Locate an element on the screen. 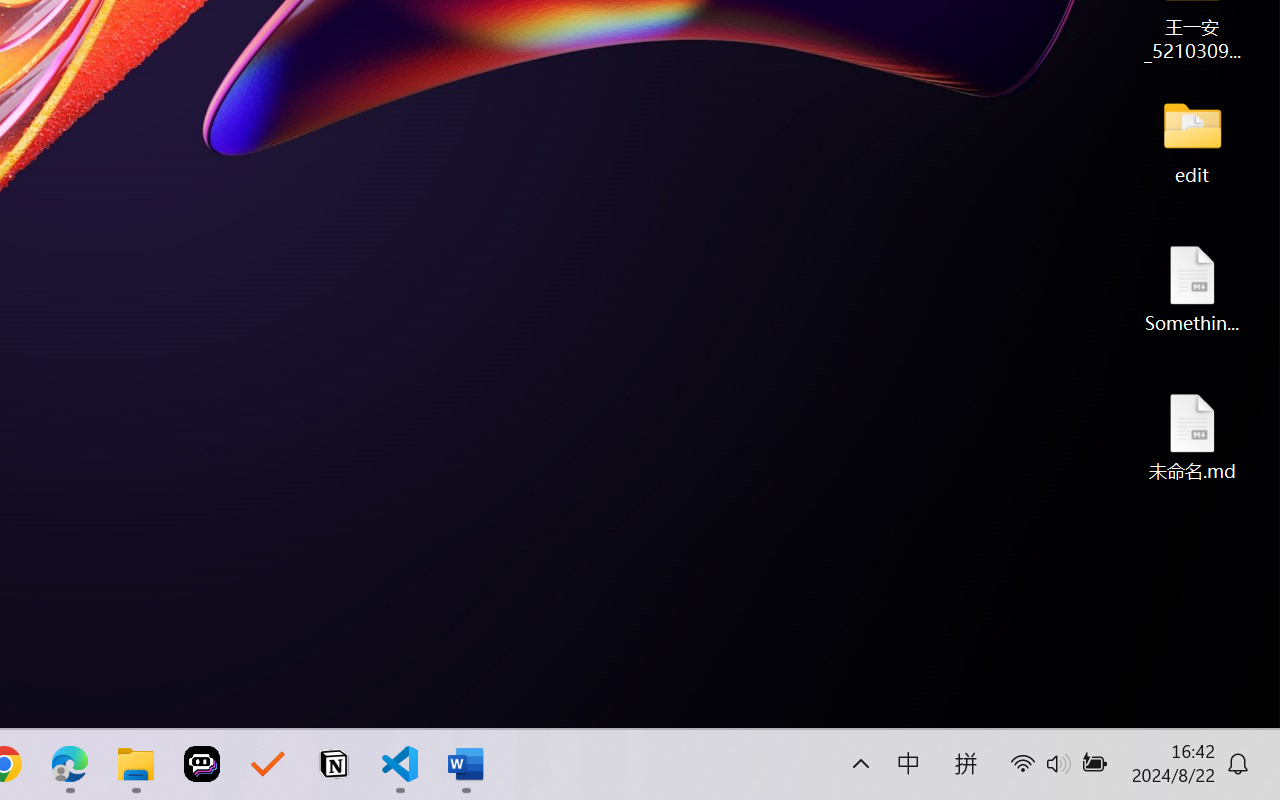 This screenshot has width=1280, height=800. 'Something.md' is located at coordinates (1192, 288).